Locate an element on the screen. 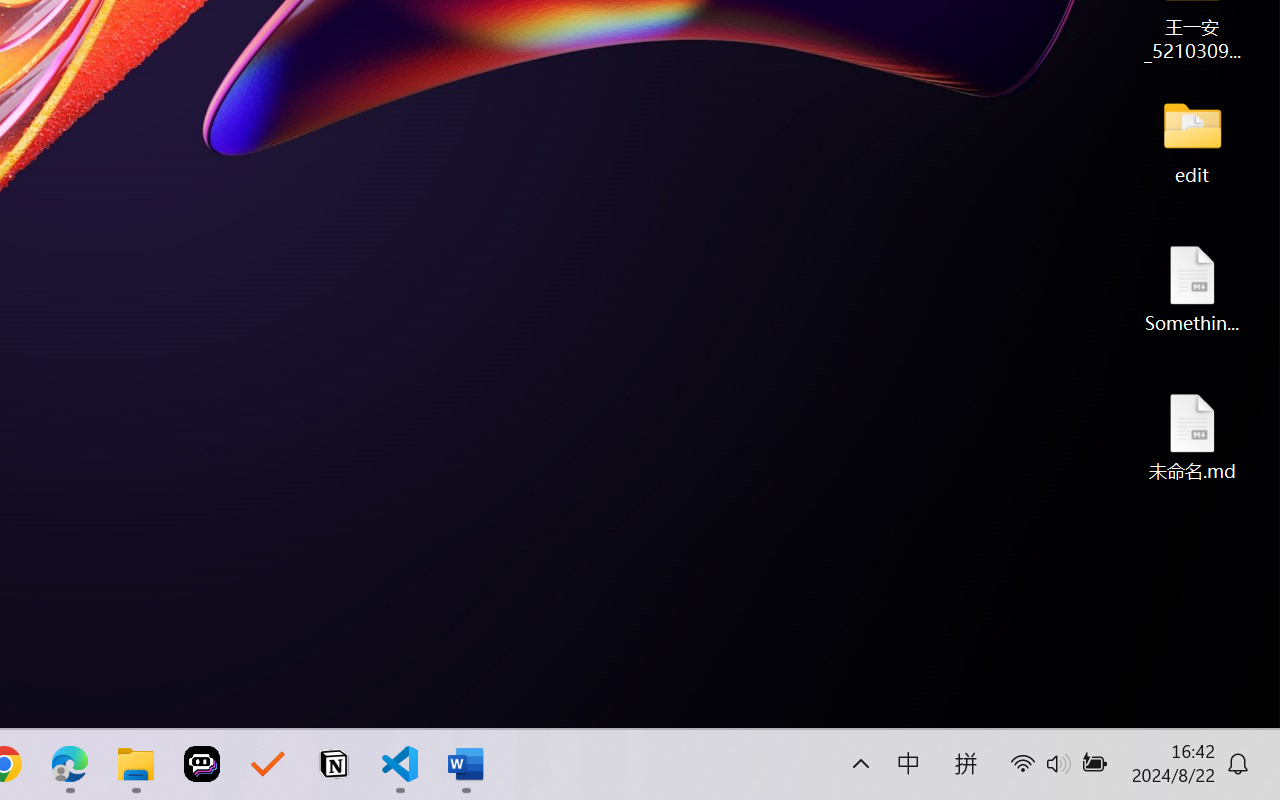 This screenshot has width=1280, height=800. 'Something.md' is located at coordinates (1192, 288).